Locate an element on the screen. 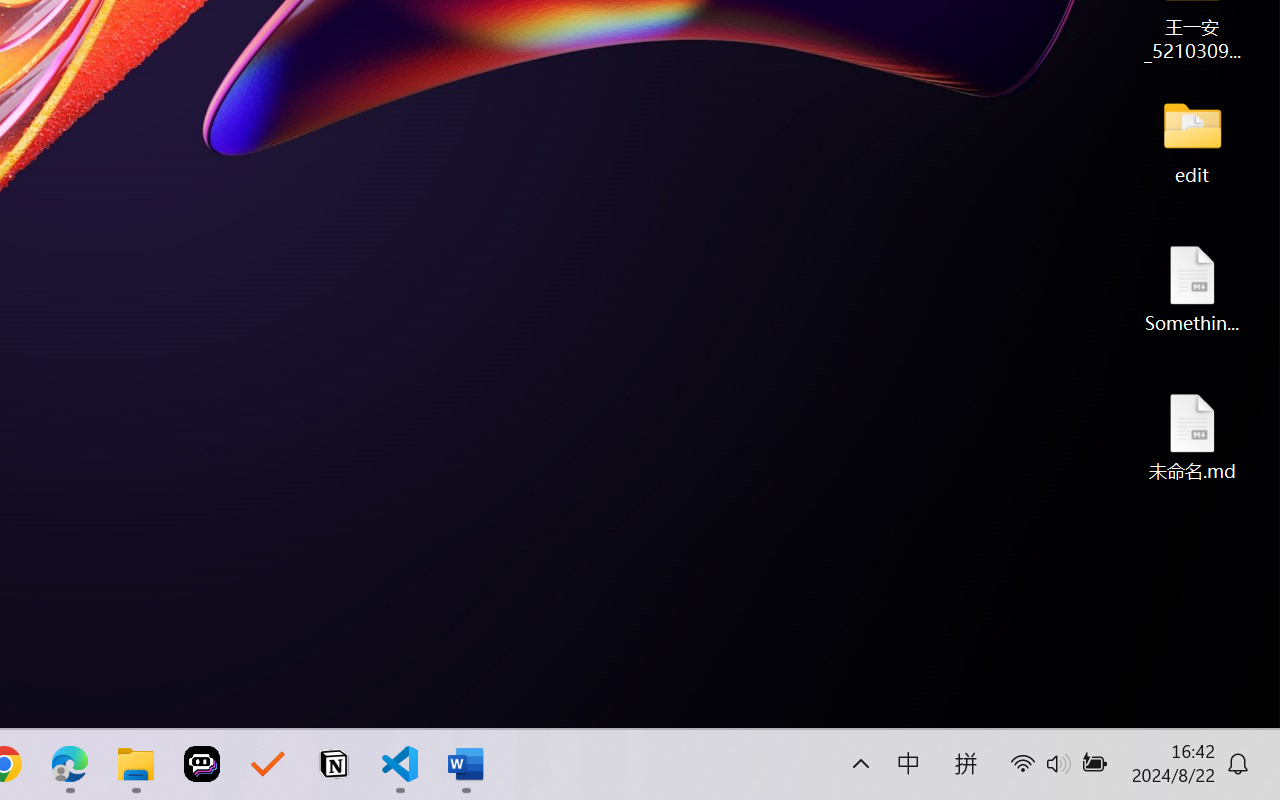 This screenshot has width=1280, height=800. 'Something.md' is located at coordinates (1192, 288).